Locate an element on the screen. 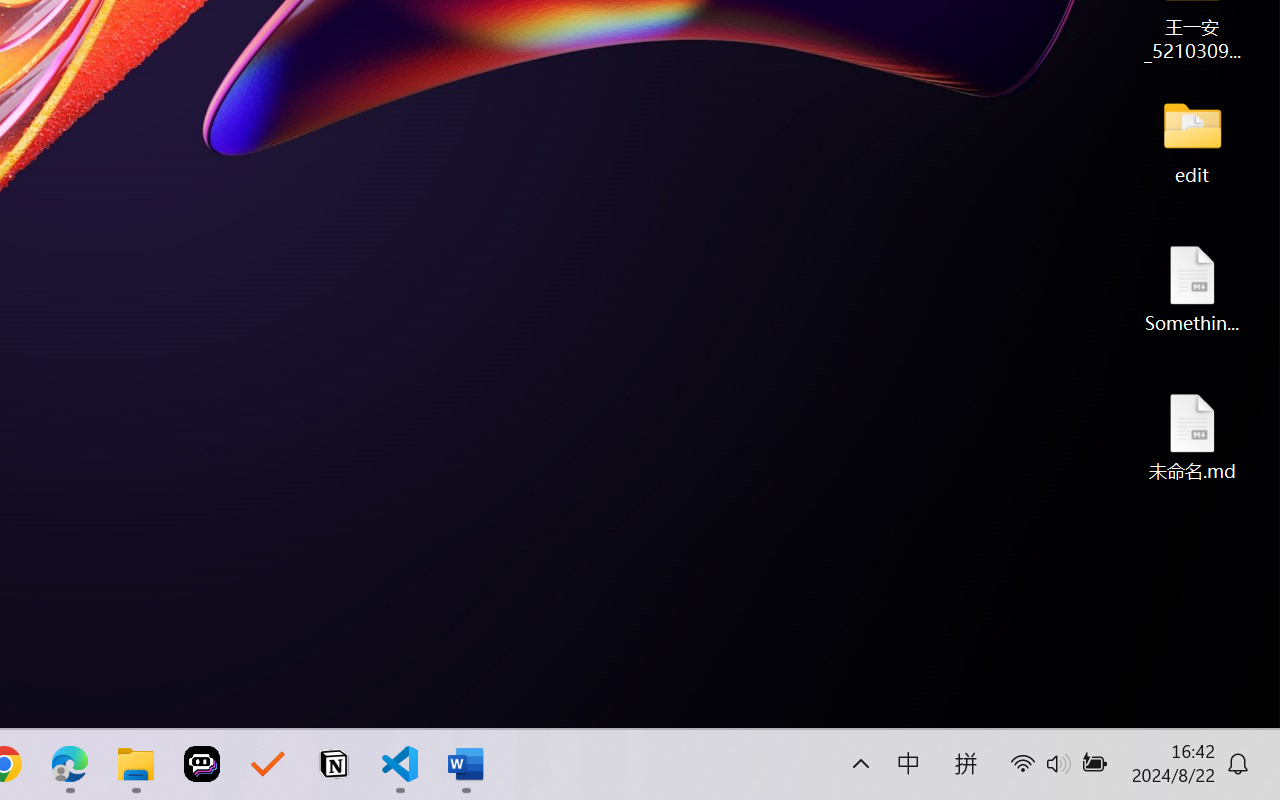 This screenshot has width=1280, height=800. 'Something.md' is located at coordinates (1192, 288).